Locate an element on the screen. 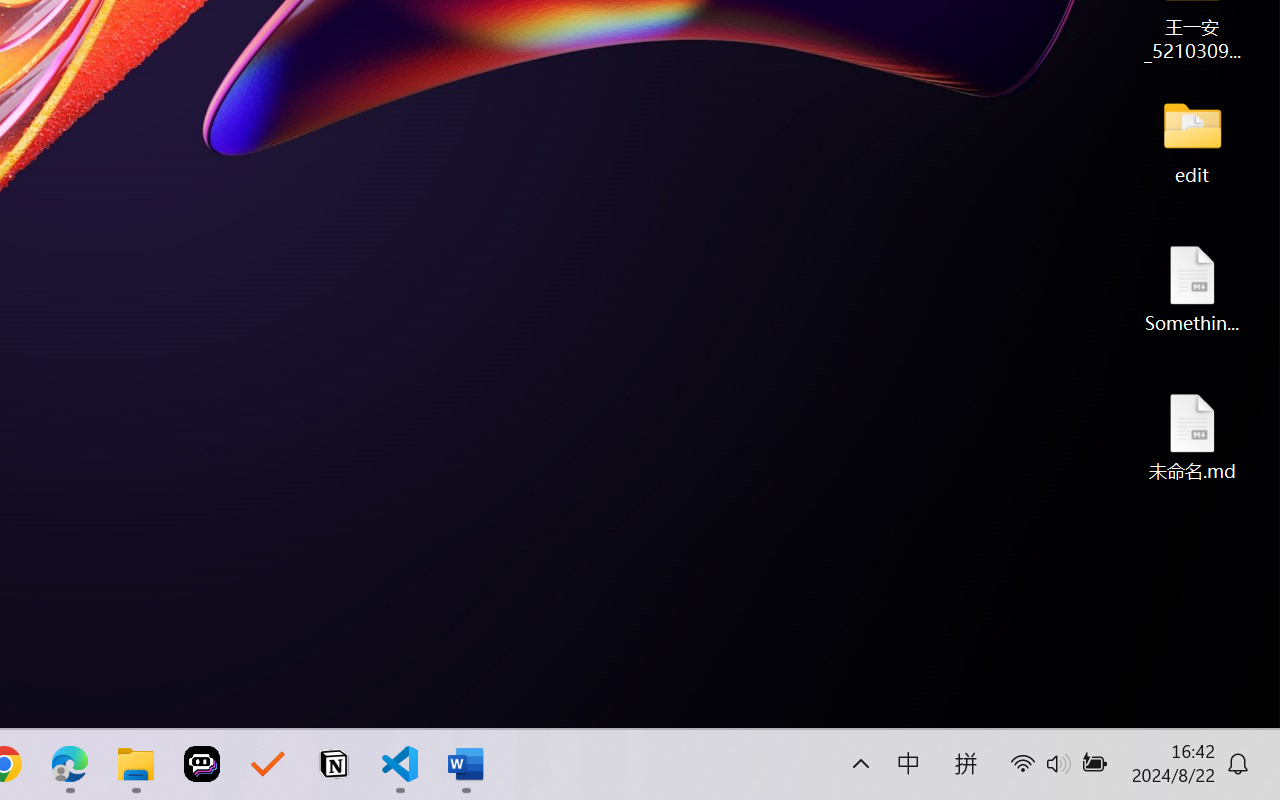 This screenshot has width=1280, height=800. 'Something.md' is located at coordinates (1192, 288).